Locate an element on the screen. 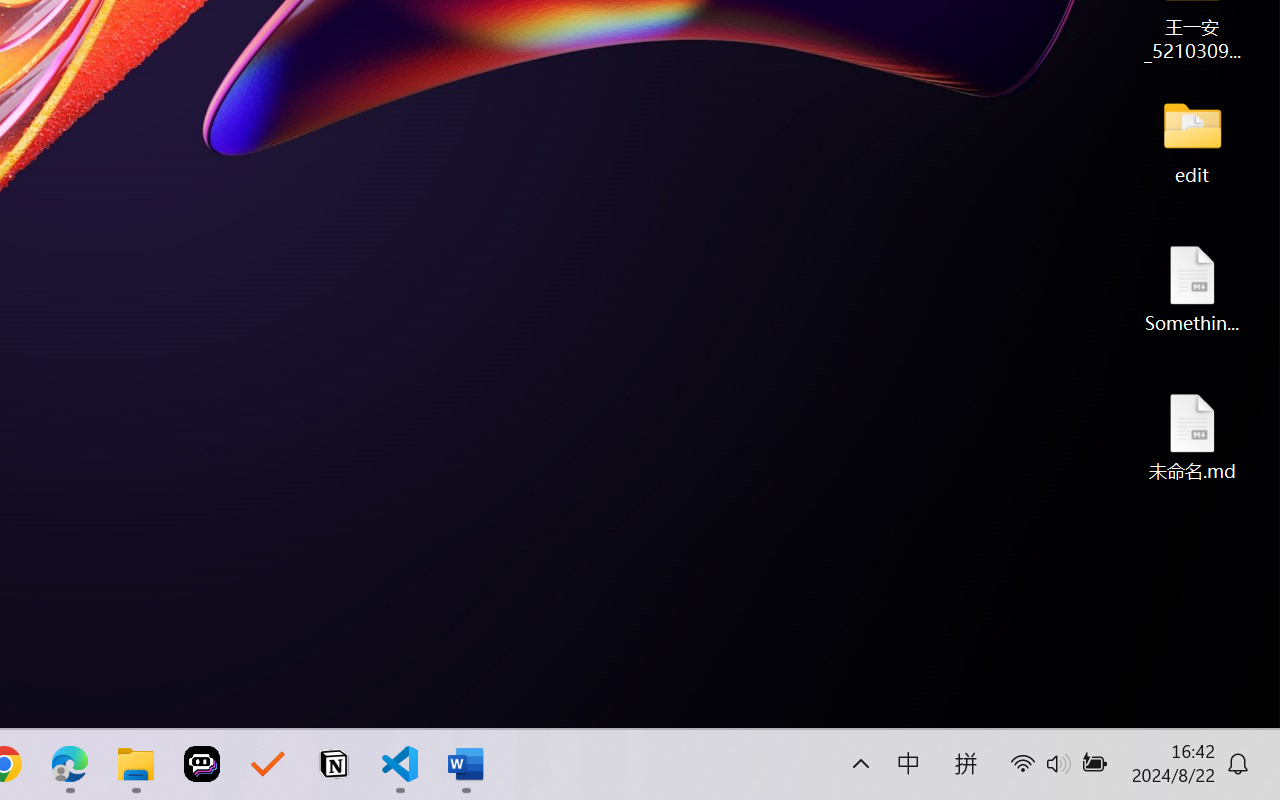 This screenshot has width=1280, height=800. 'Something.md' is located at coordinates (1192, 288).